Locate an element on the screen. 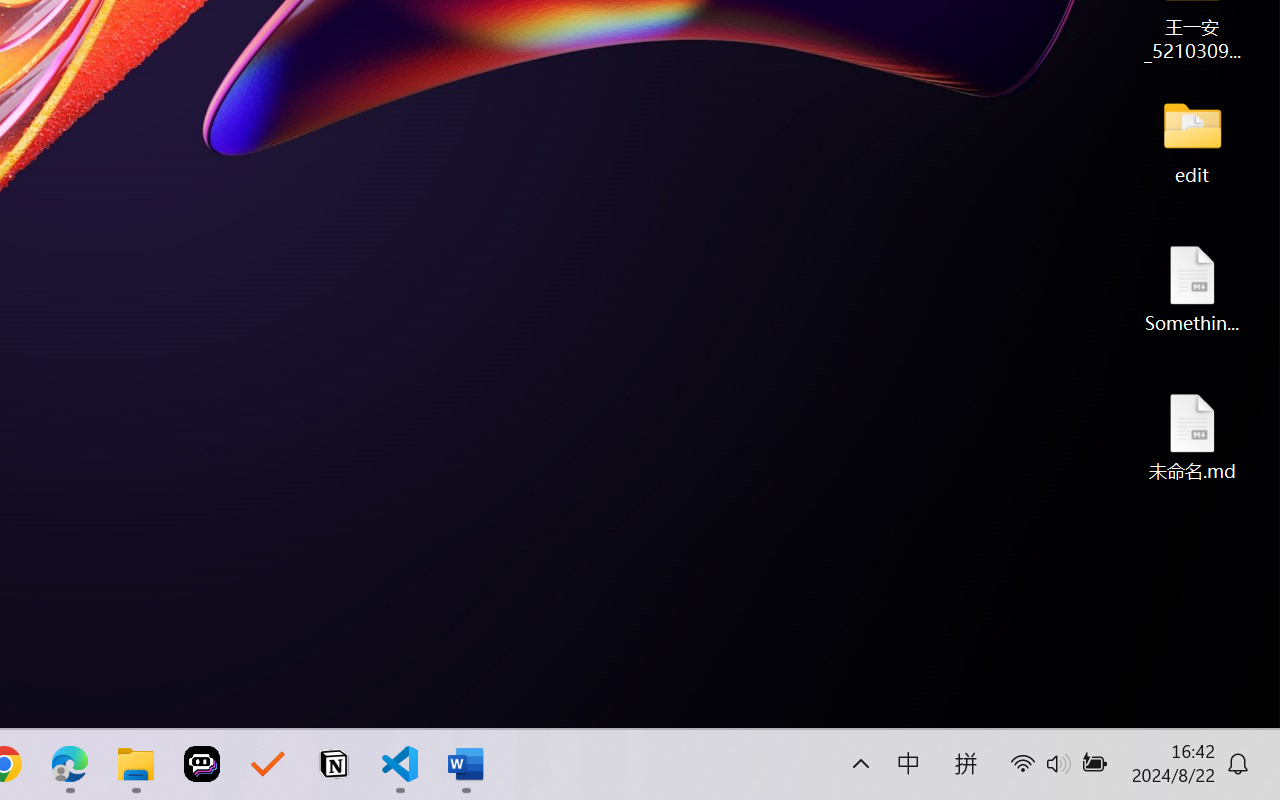 This screenshot has width=1280, height=800. 'Something.md' is located at coordinates (1192, 288).